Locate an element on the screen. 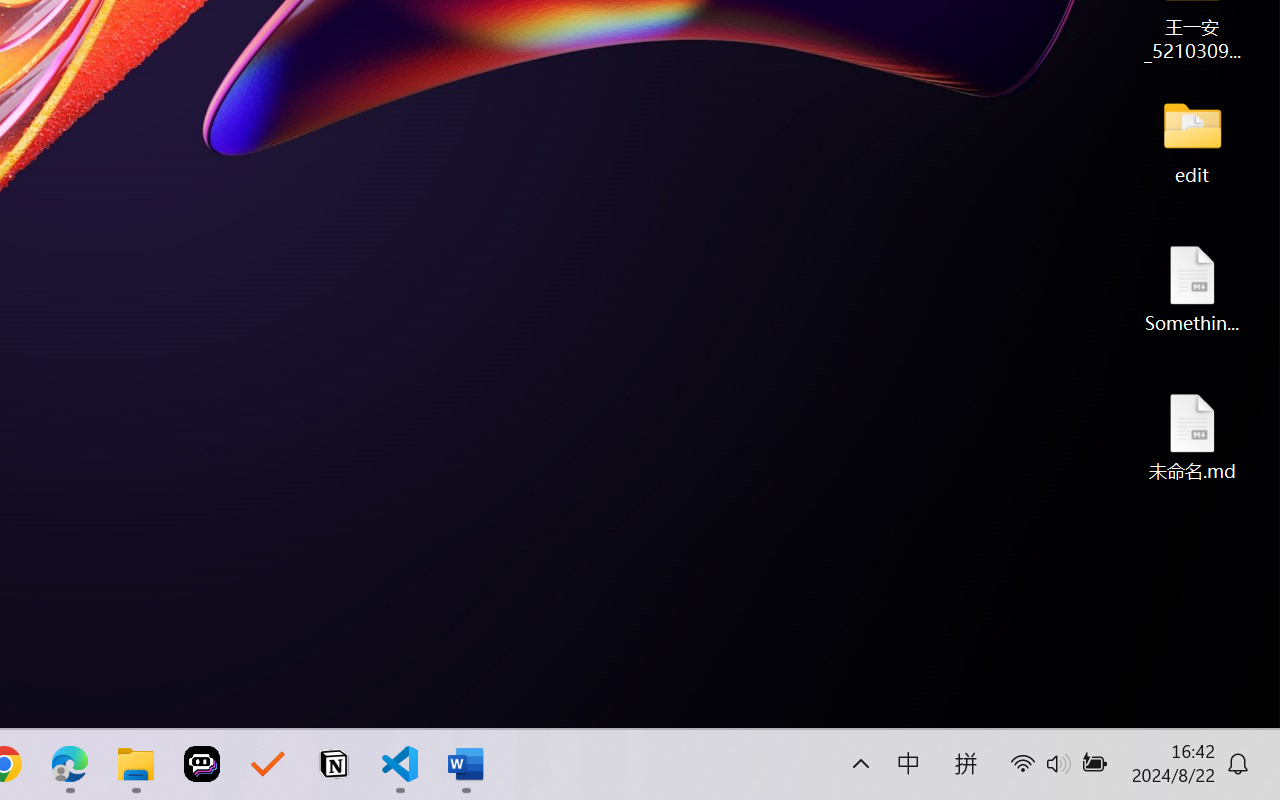 This screenshot has width=1280, height=800. 'Something.md' is located at coordinates (1192, 288).